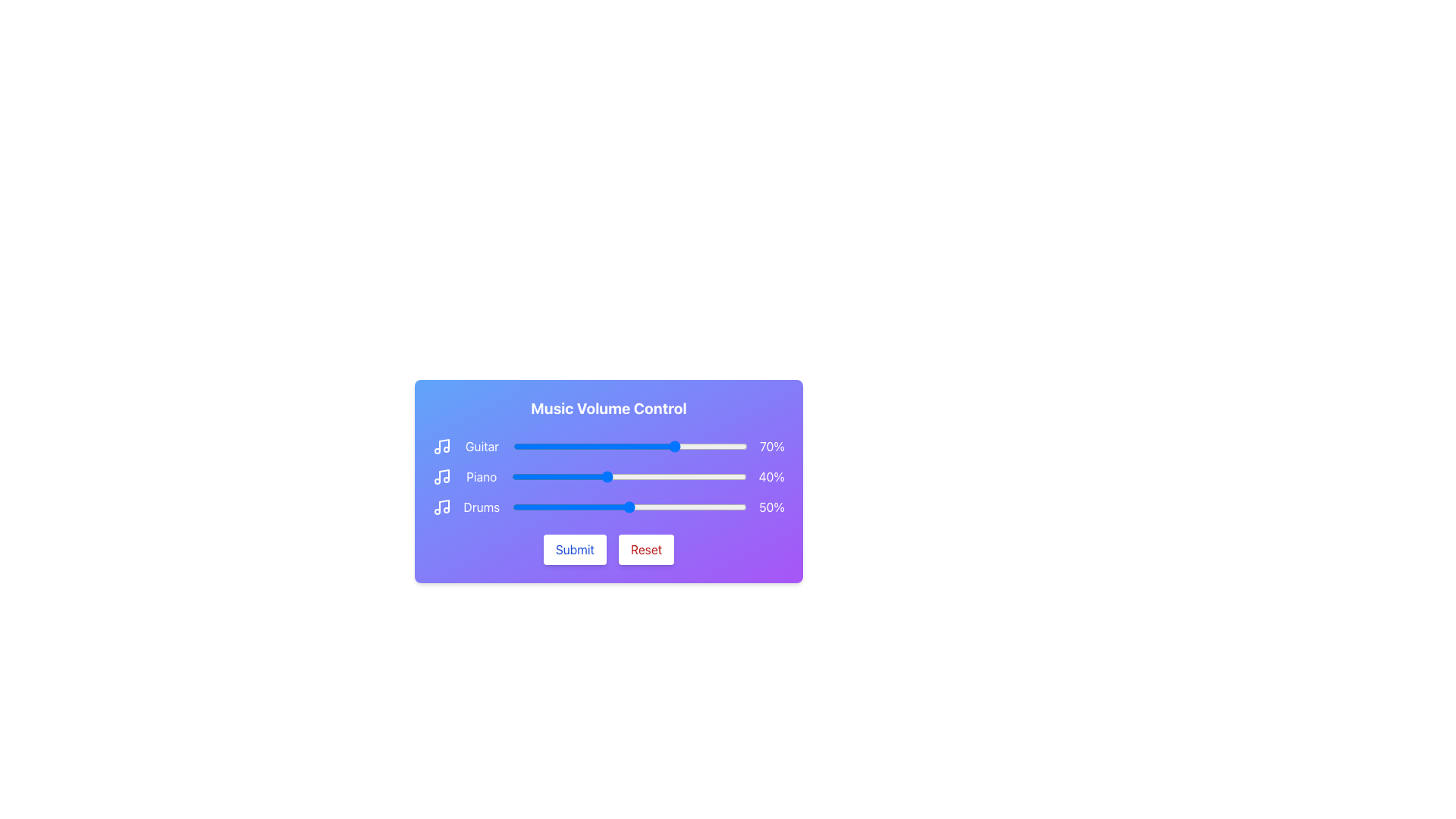  I want to click on the slider control labeled 'Piano' which is accompanied by a music icon and displays a percentage value of '40%', so click(608, 475).